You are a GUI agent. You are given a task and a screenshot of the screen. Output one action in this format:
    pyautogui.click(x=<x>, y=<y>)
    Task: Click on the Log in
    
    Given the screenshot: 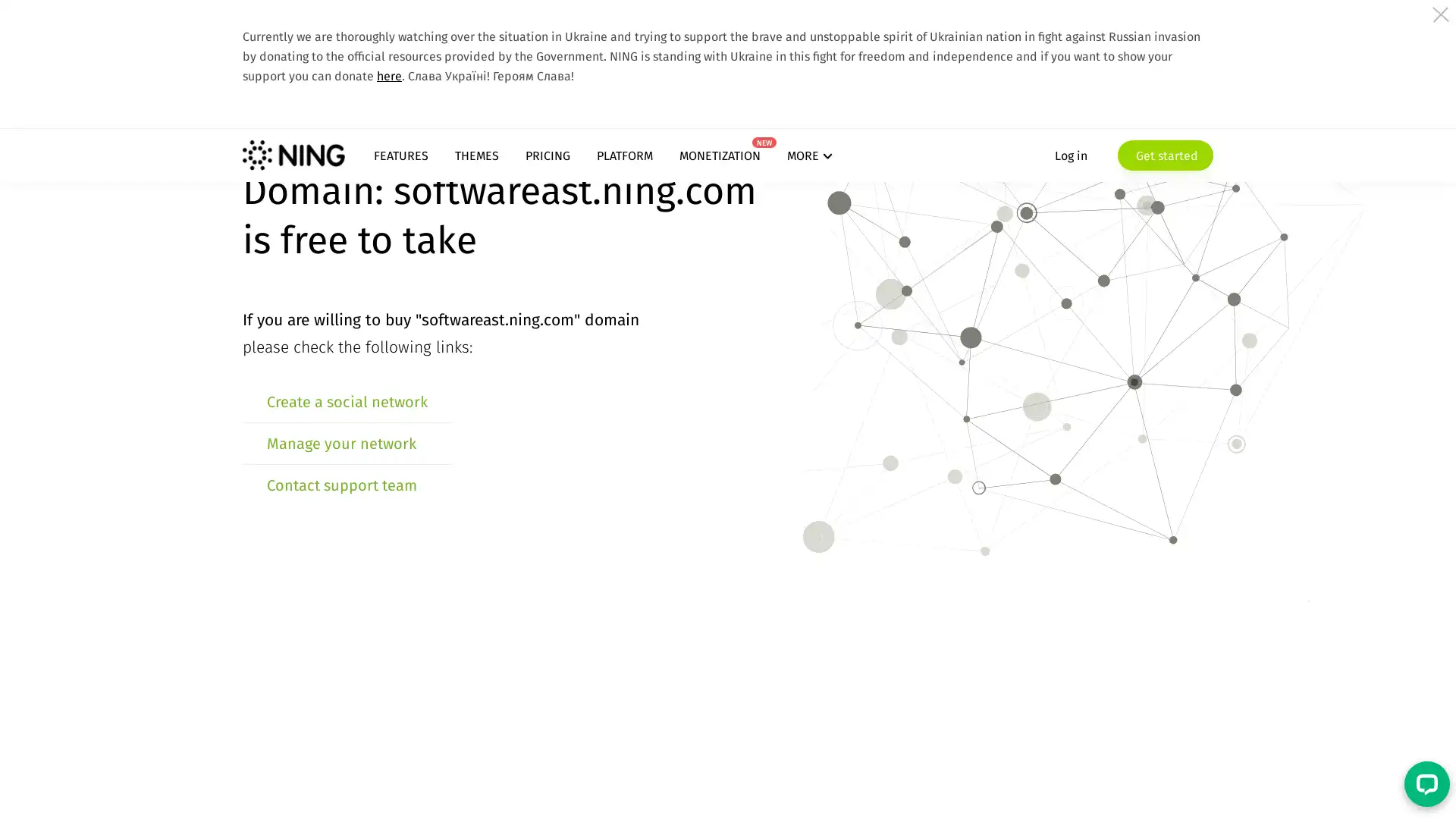 What is the action you would take?
    pyautogui.click(x=1070, y=155)
    